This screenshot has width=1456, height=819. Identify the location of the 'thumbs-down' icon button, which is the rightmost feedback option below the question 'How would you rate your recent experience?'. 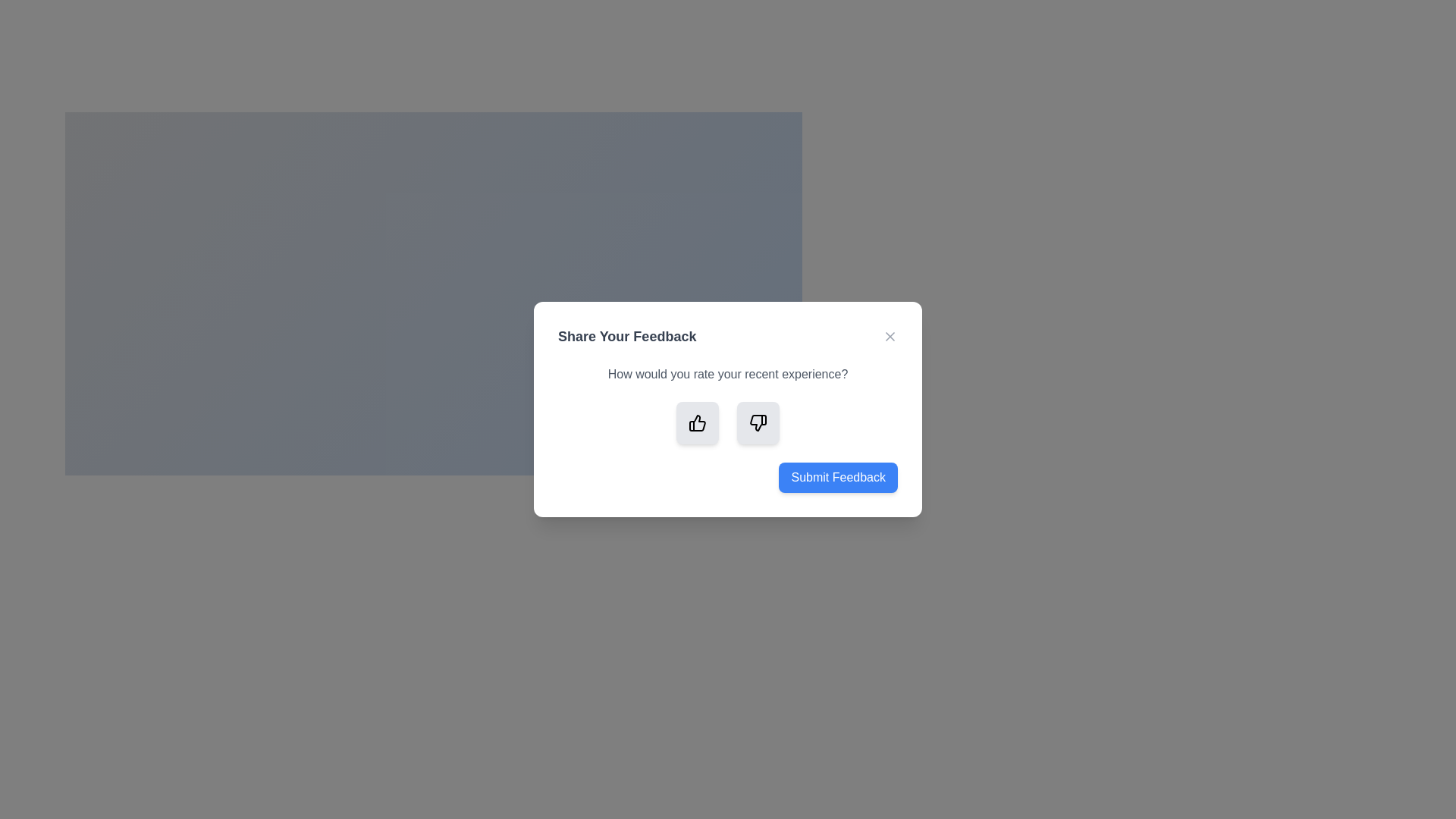
(758, 423).